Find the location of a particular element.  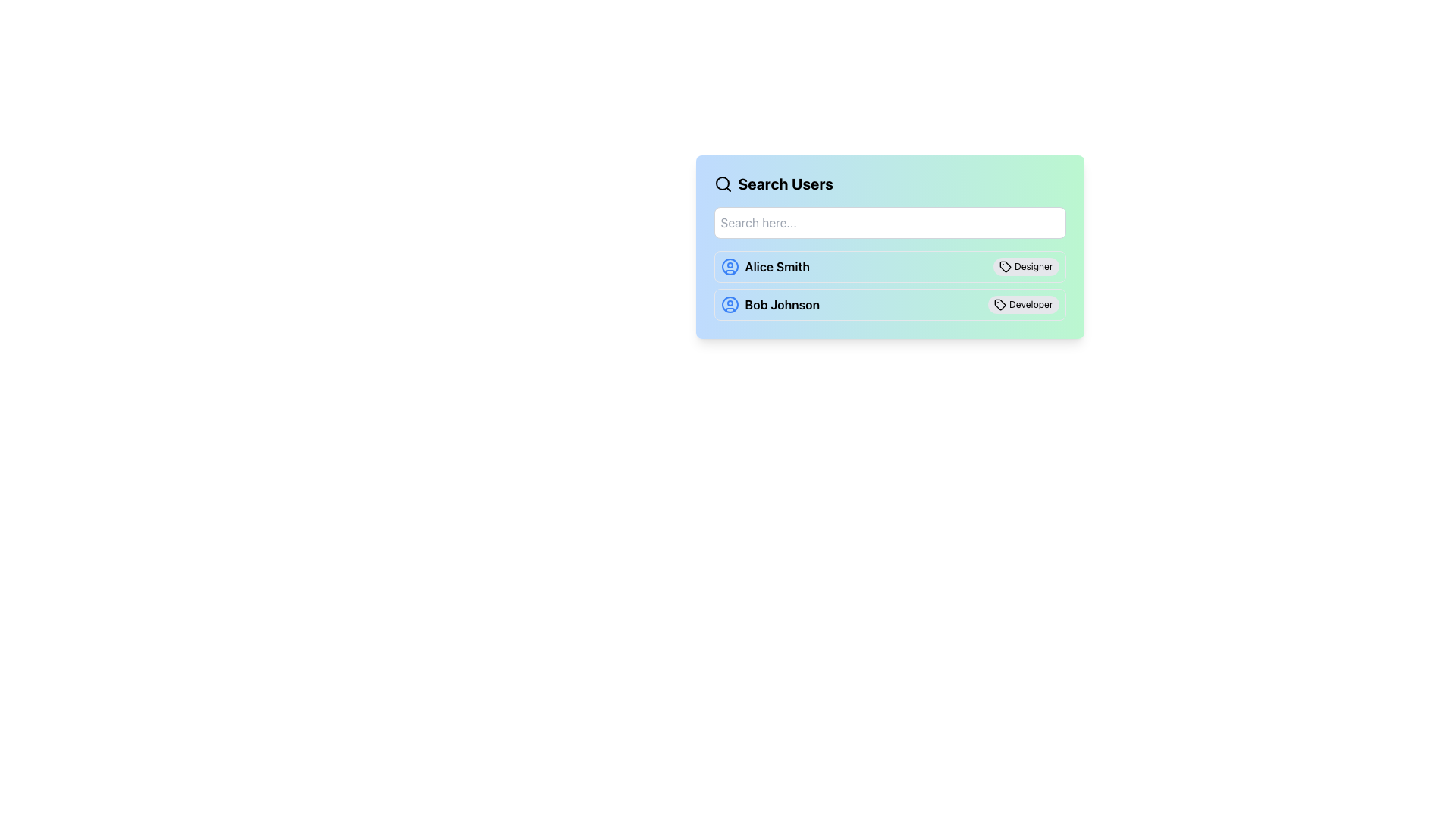

the first user profile item in the 'Search Users' panel is located at coordinates (890, 257).